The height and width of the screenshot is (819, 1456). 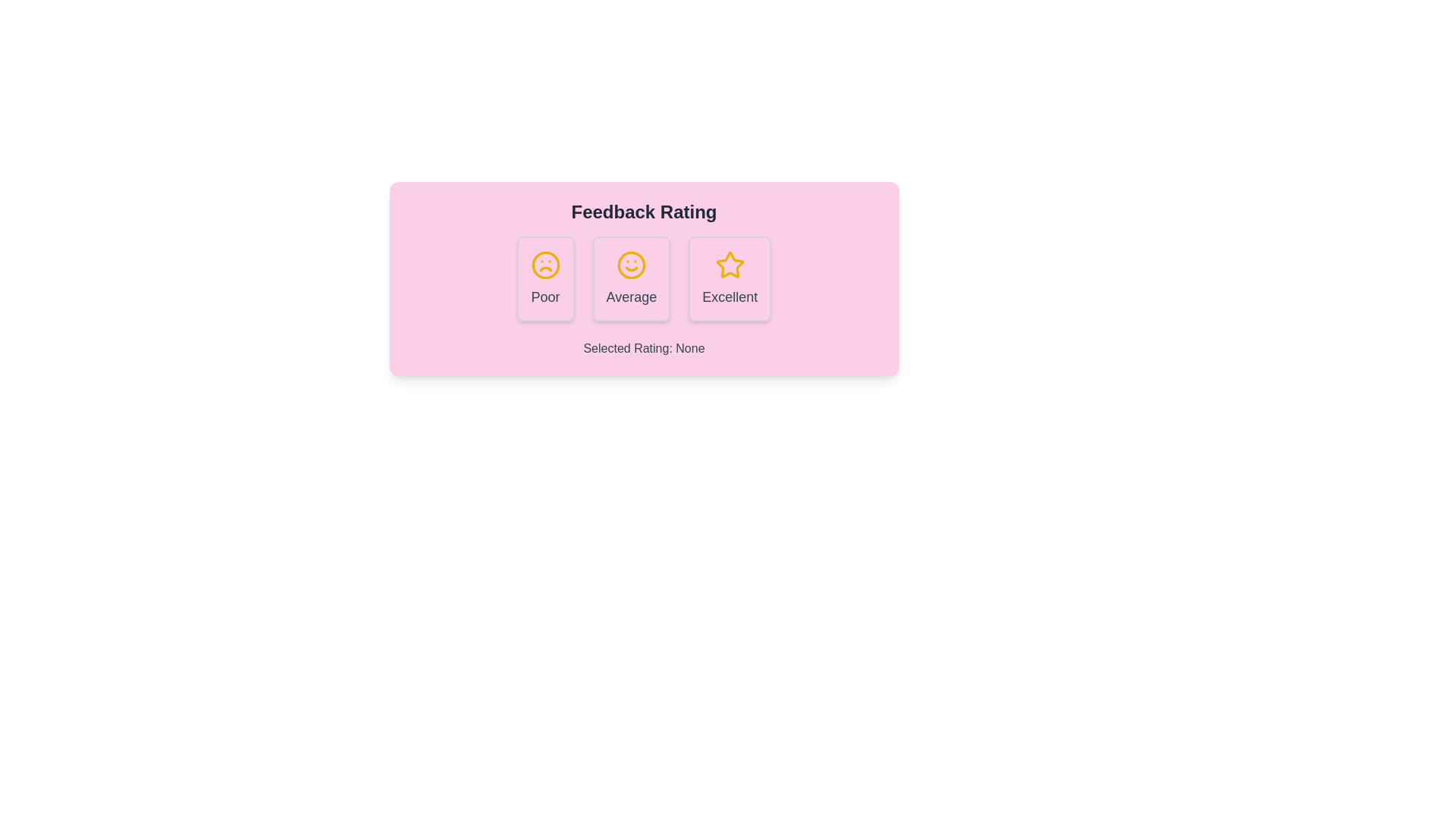 What do you see at coordinates (730, 297) in the screenshot?
I see `the descriptive text label for the 'Excellent' rating option located below the third star icon in the feedback rating component` at bounding box center [730, 297].